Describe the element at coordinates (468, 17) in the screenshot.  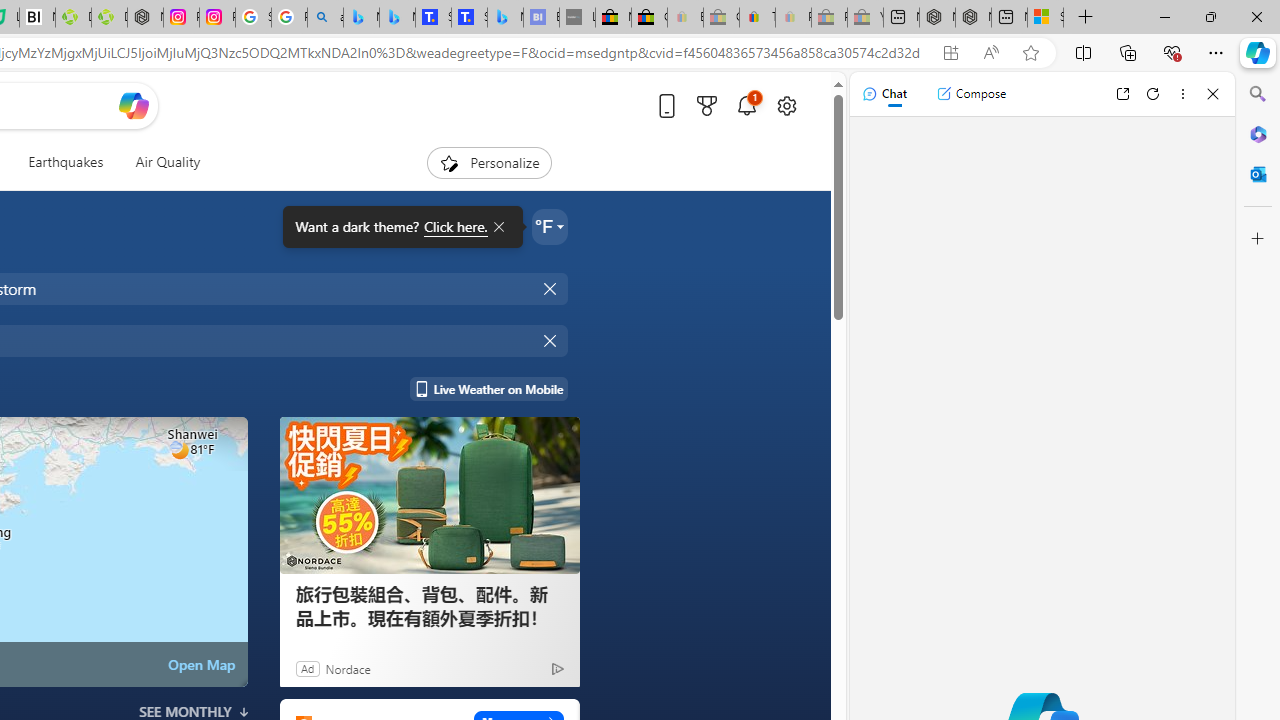
I see `'Shangri-La Bangkok, Hotel reviews and Room rates'` at that location.